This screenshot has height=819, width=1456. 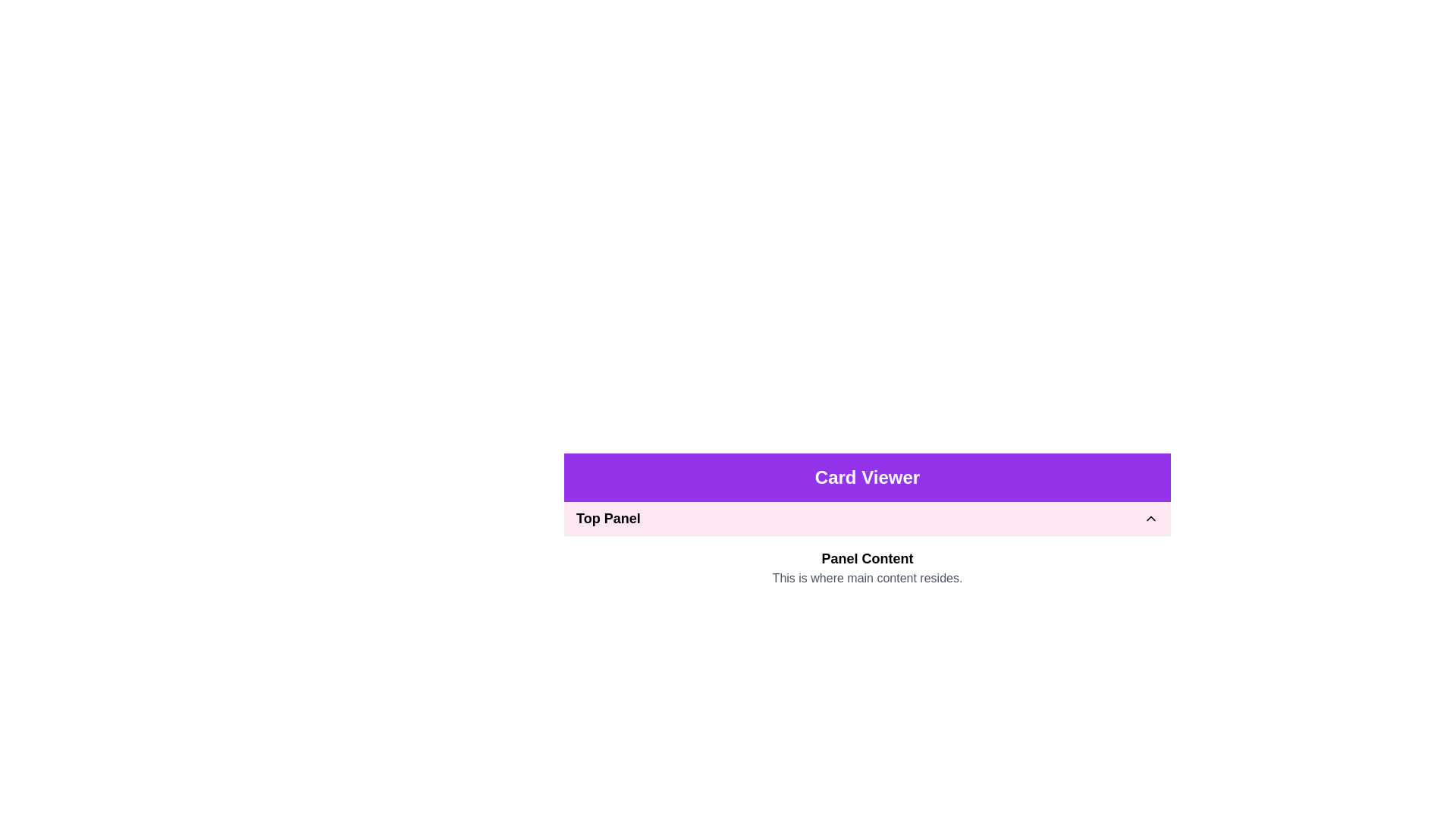 I want to click on the small black triangular chevron icon located on the right side of the 'Top Panel' section, so click(x=1150, y=517).